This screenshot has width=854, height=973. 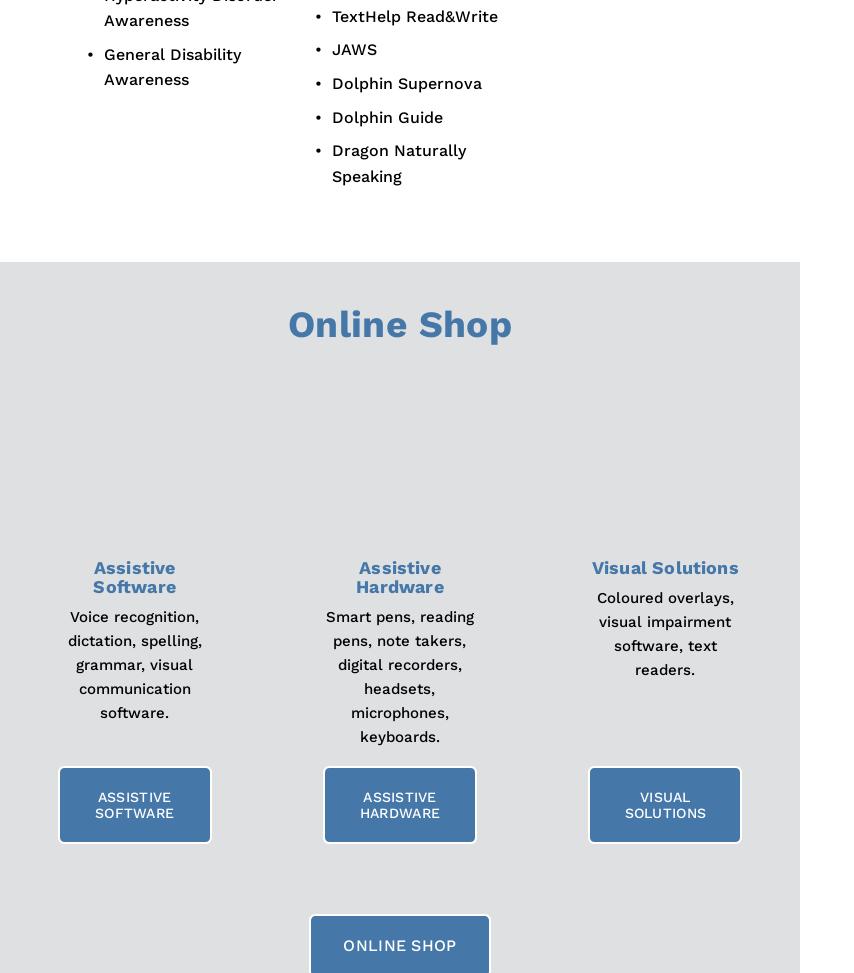 What do you see at coordinates (353, 49) in the screenshot?
I see `'JAWS'` at bounding box center [353, 49].